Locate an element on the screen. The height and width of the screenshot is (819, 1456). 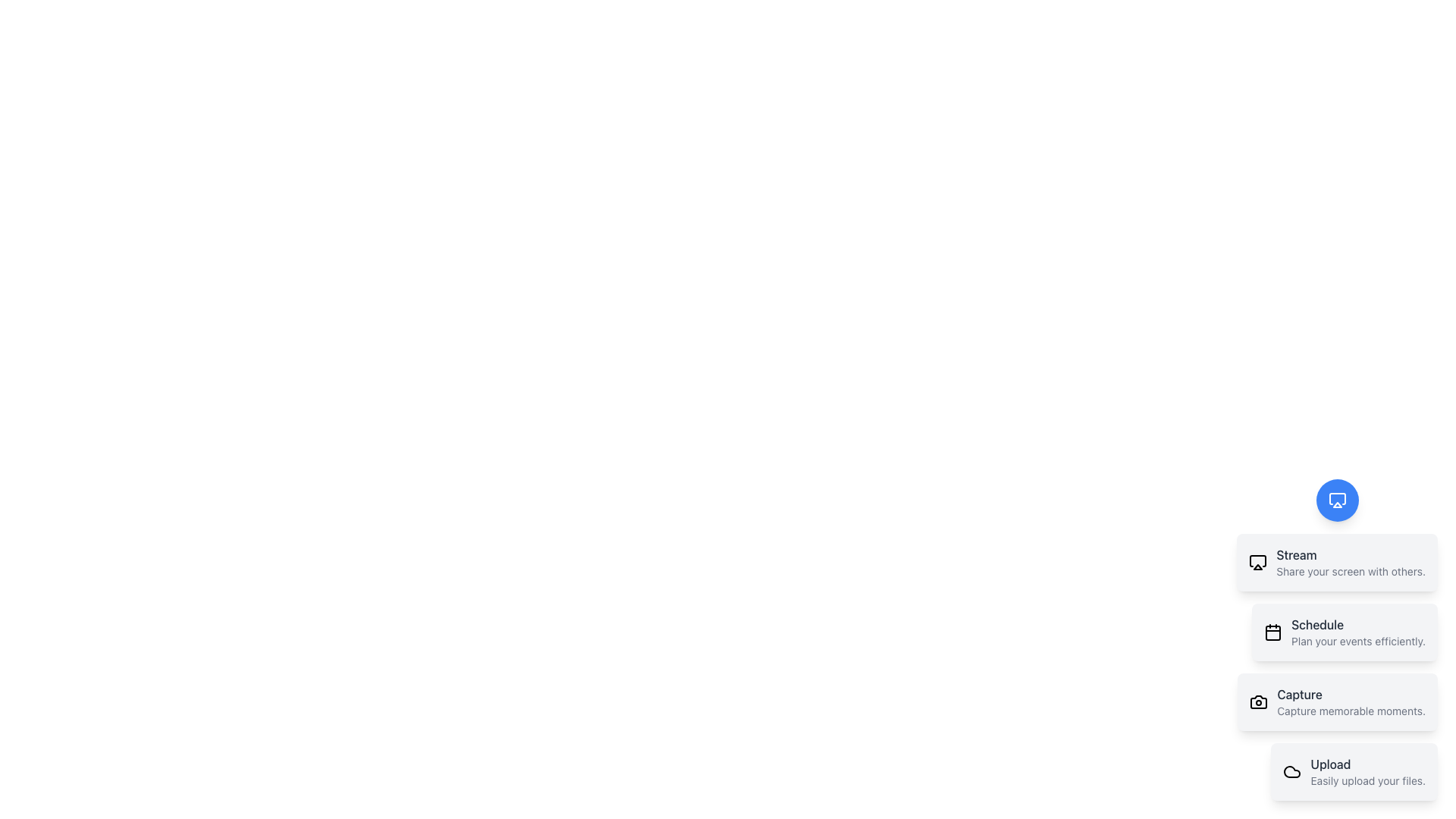
the descriptive subtitle element located below the 'Capture' feature, which provides additional context for its functionality is located at coordinates (1351, 711).